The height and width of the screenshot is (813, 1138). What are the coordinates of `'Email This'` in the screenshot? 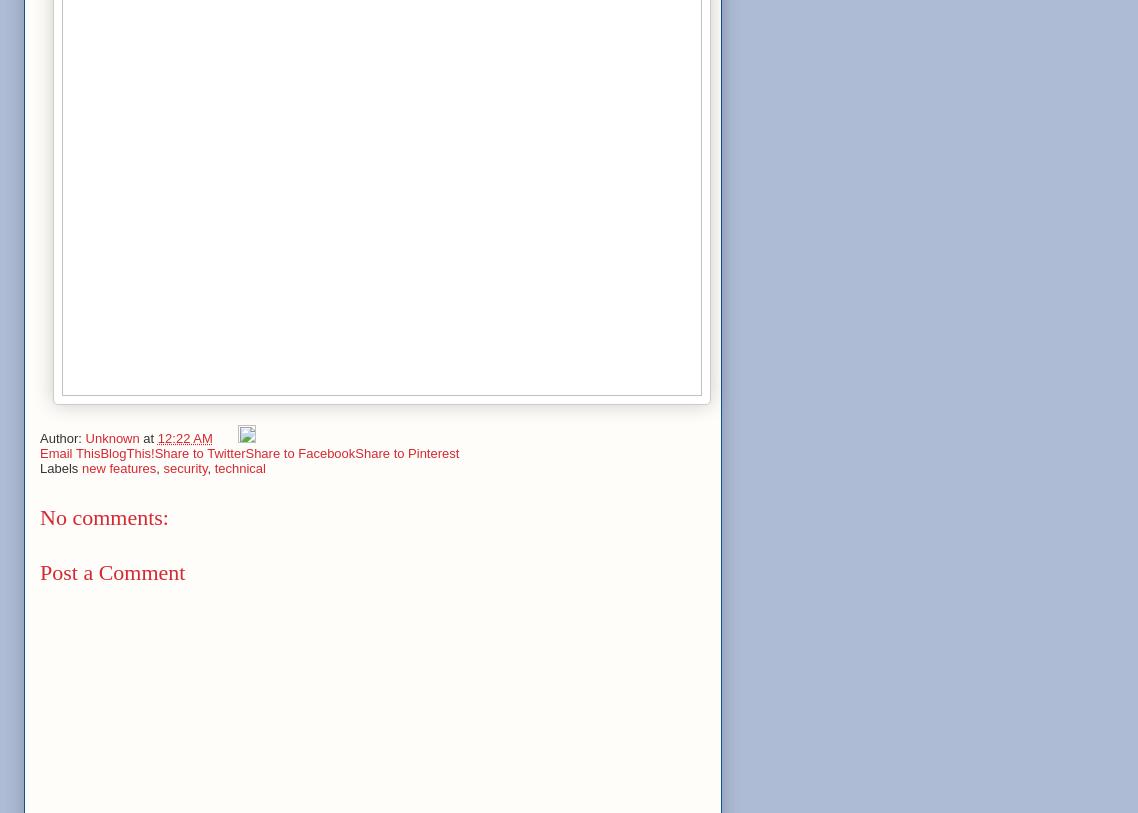 It's located at (68, 452).